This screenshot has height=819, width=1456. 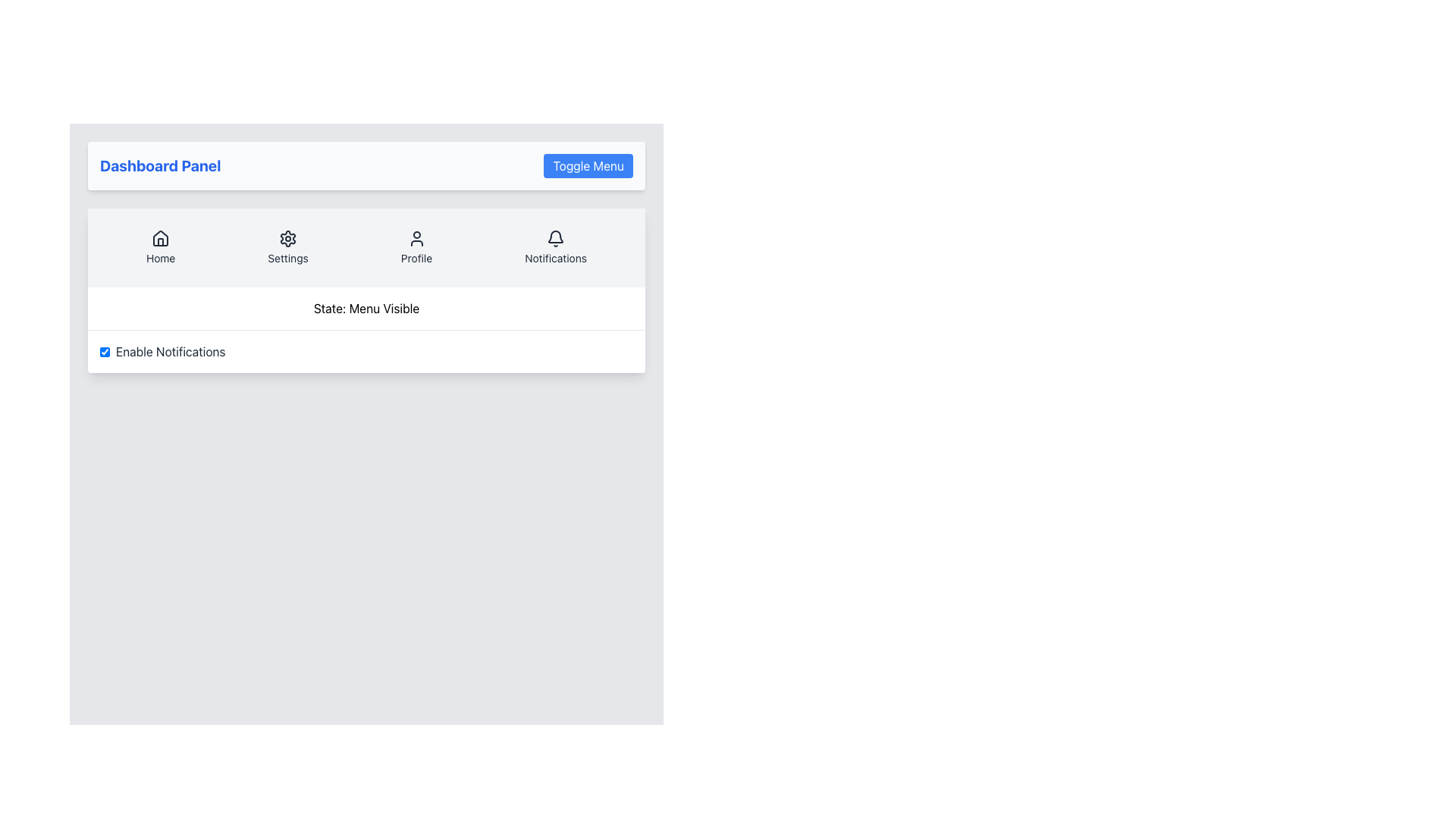 What do you see at coordinates (588, 166) in the screenshot?
I see `the button labeled 'Toggle Menu' with a blue background located at the top-right corner of the gray panel` at bounding box center [588, 166].